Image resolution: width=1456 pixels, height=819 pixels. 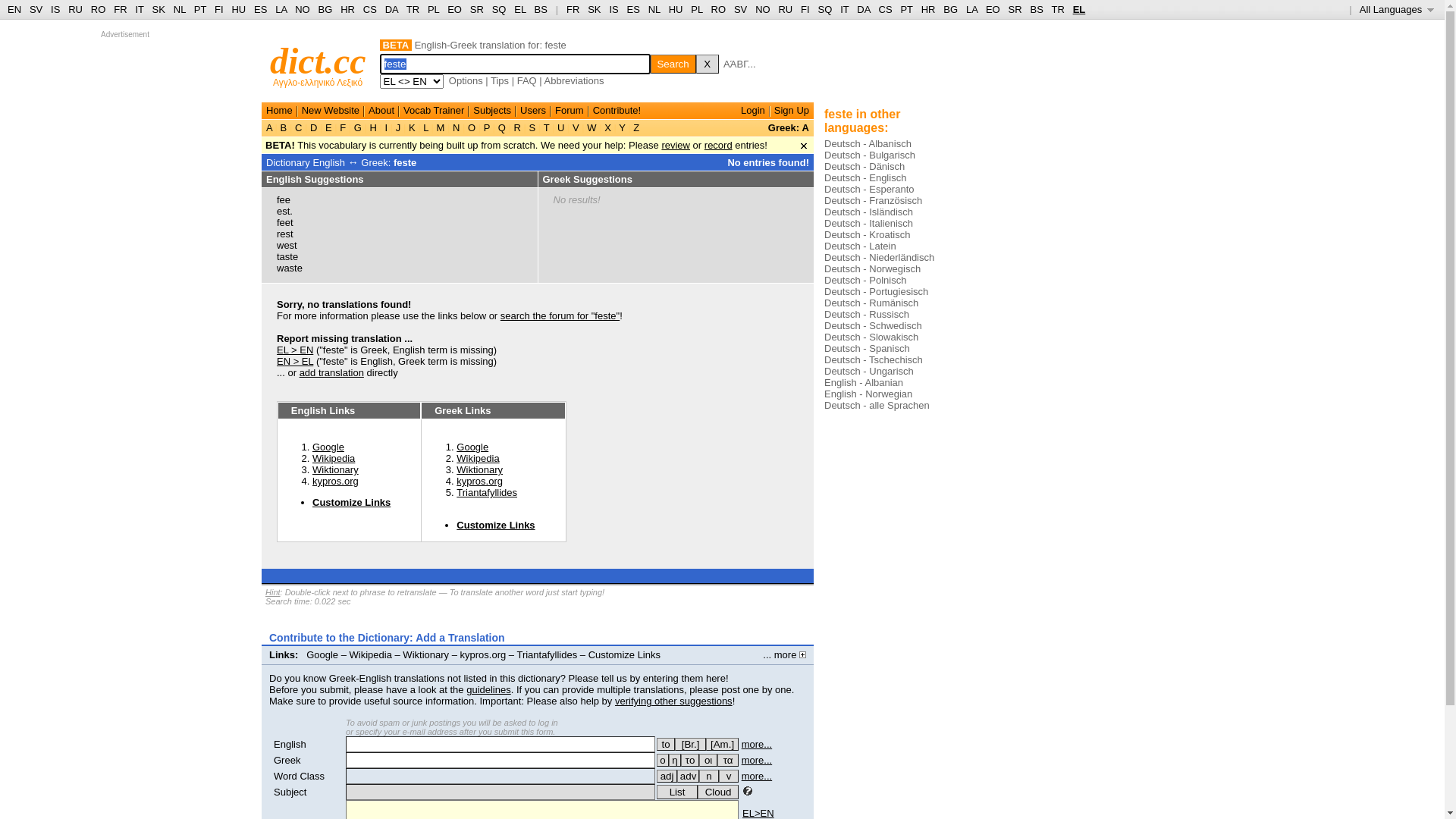 What do you see at coordinates (532, 109) in the screenshot?
I see `'Users'` at bounding box center [532, 109].